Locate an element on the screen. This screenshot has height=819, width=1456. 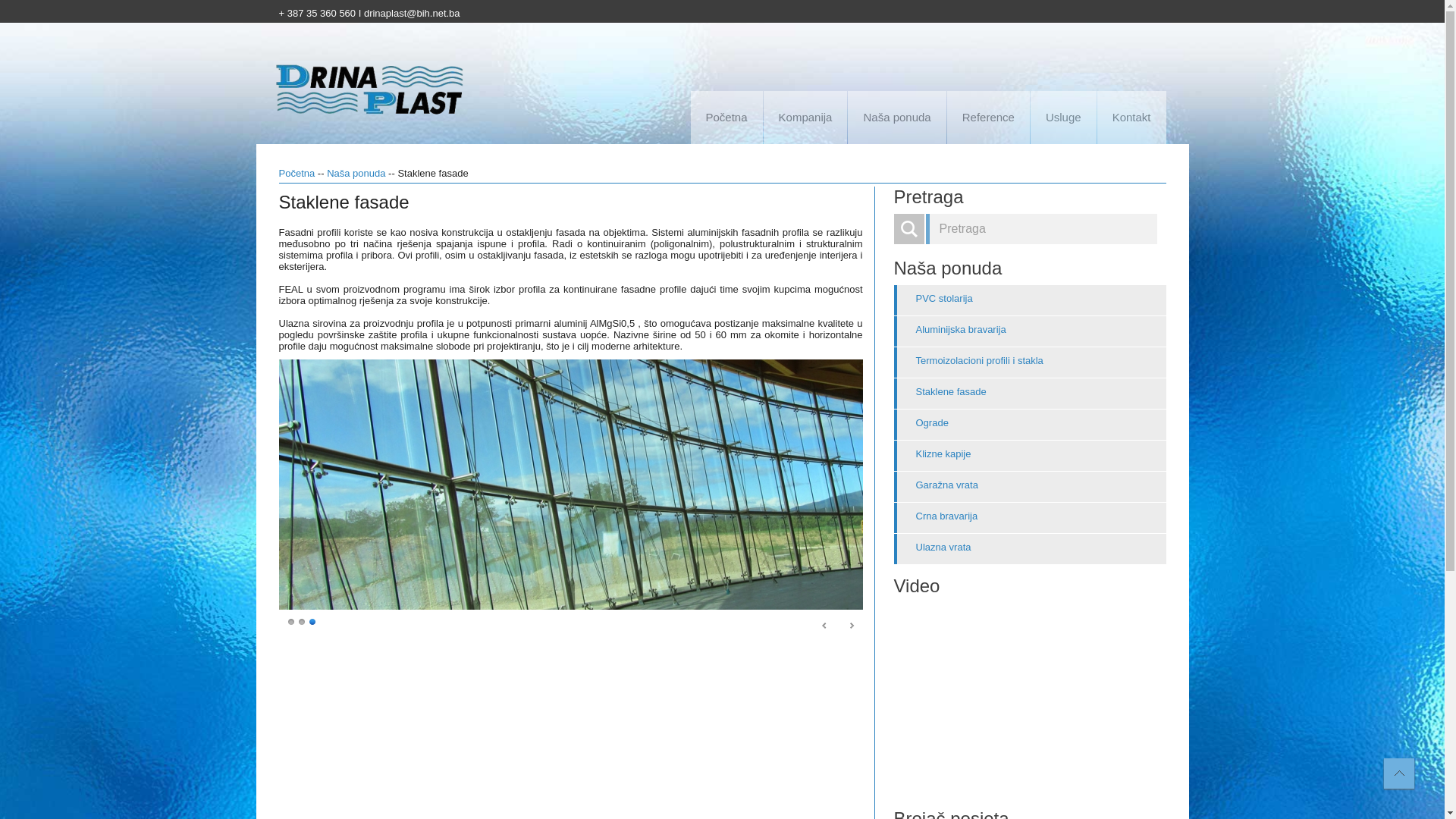
'Kontakt' is located at coordinates (1131, 116).